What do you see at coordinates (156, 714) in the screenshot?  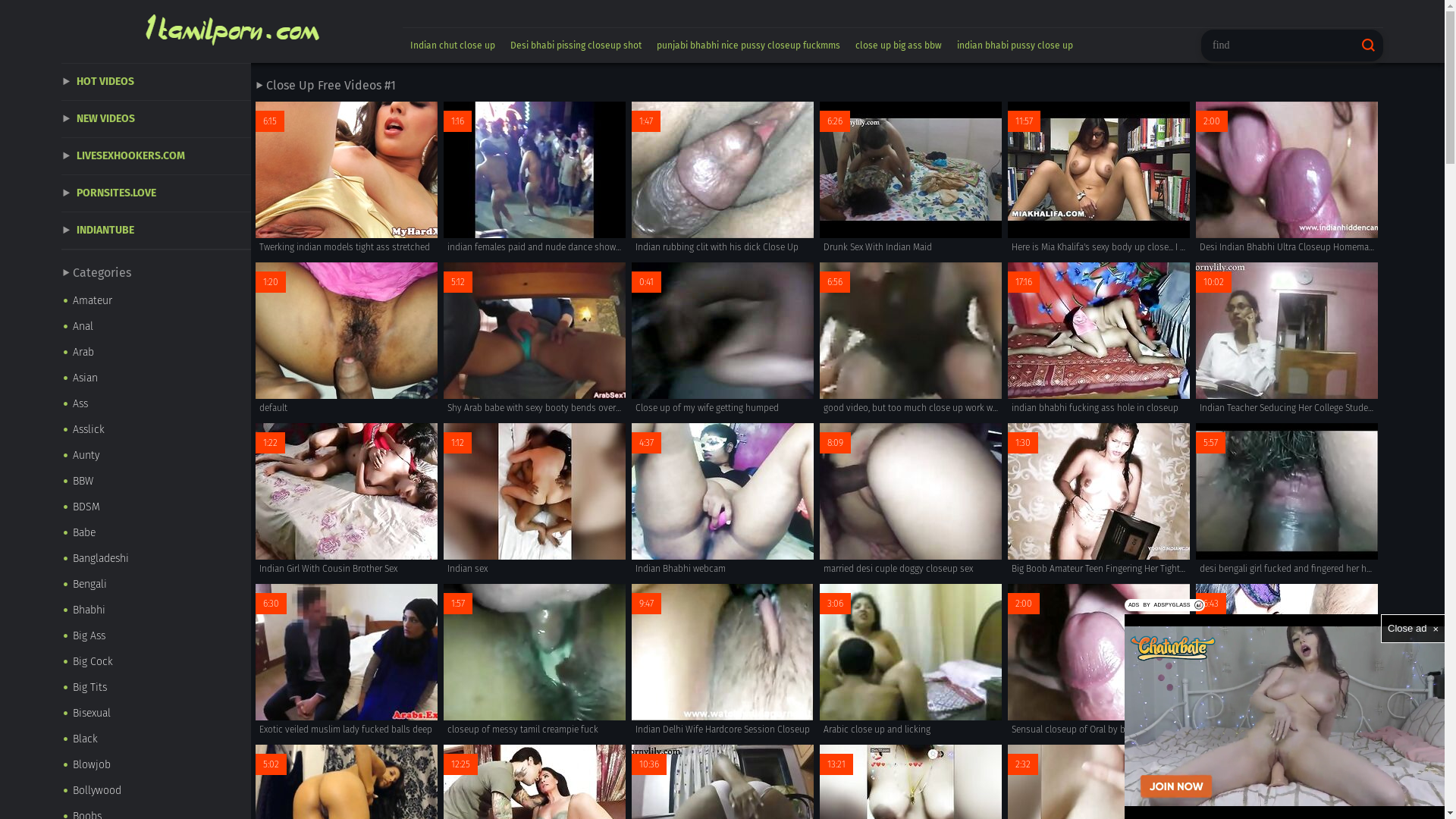 I see `'Bisexual'` at bounding box center [156, 714].